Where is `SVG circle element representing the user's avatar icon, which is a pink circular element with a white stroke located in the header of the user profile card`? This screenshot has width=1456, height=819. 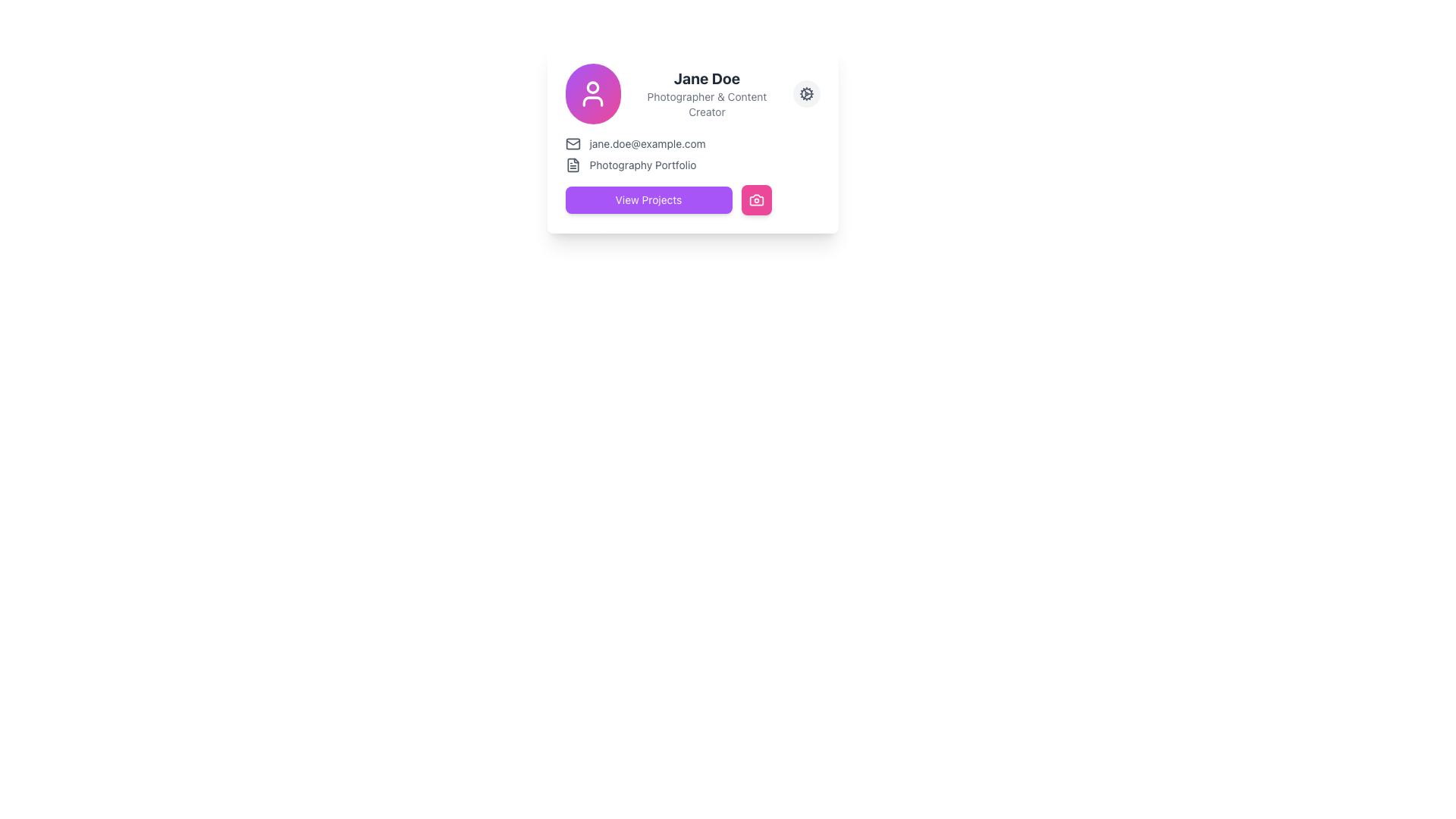 SVG circle element representing the user's avatar icon, which is a pink circular element with a white stroke located in the header of the user profile card is located at coordinates (592, 87).